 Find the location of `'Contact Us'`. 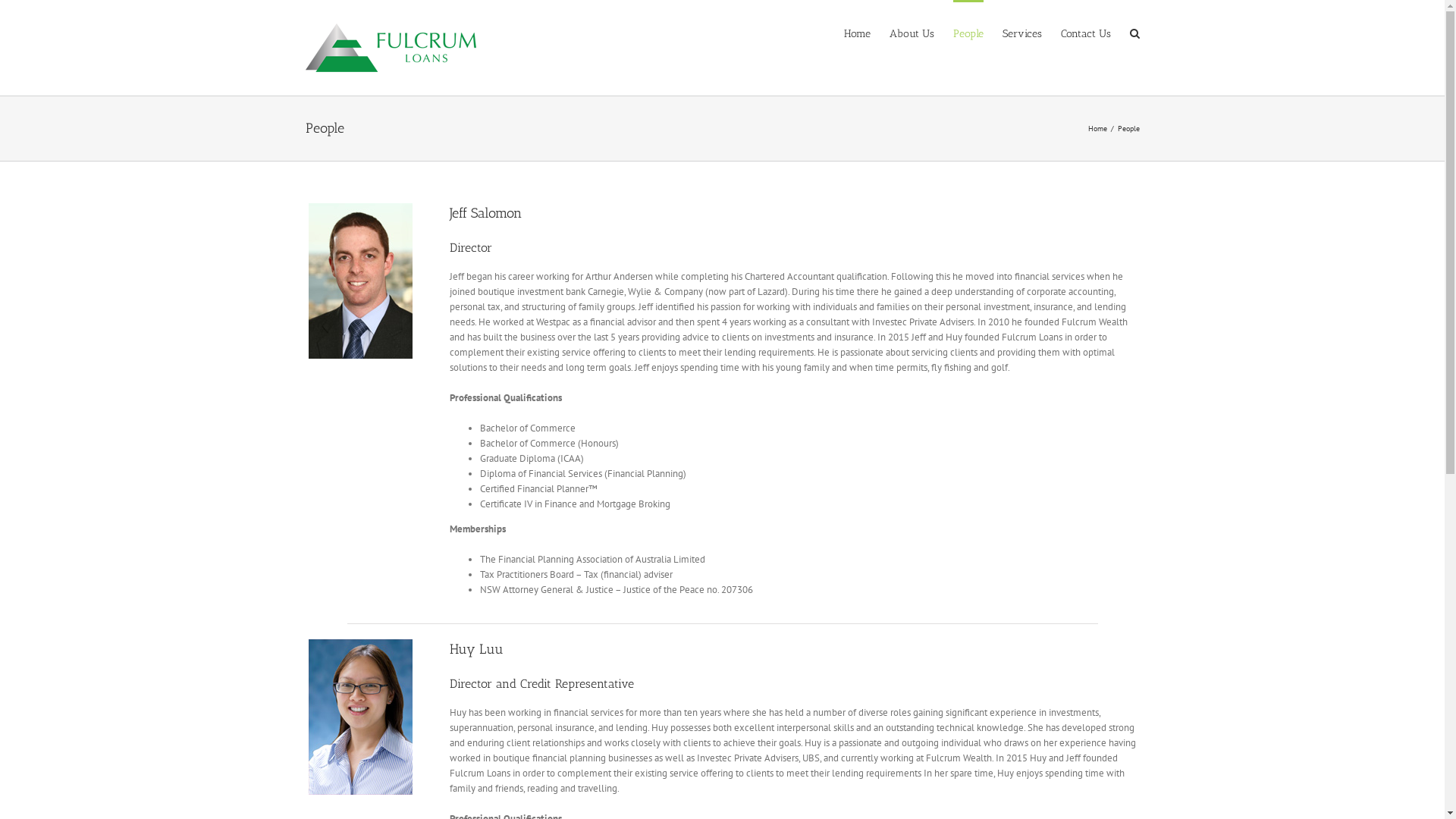

'Contact Us' is located at coordinates (1084, 32).